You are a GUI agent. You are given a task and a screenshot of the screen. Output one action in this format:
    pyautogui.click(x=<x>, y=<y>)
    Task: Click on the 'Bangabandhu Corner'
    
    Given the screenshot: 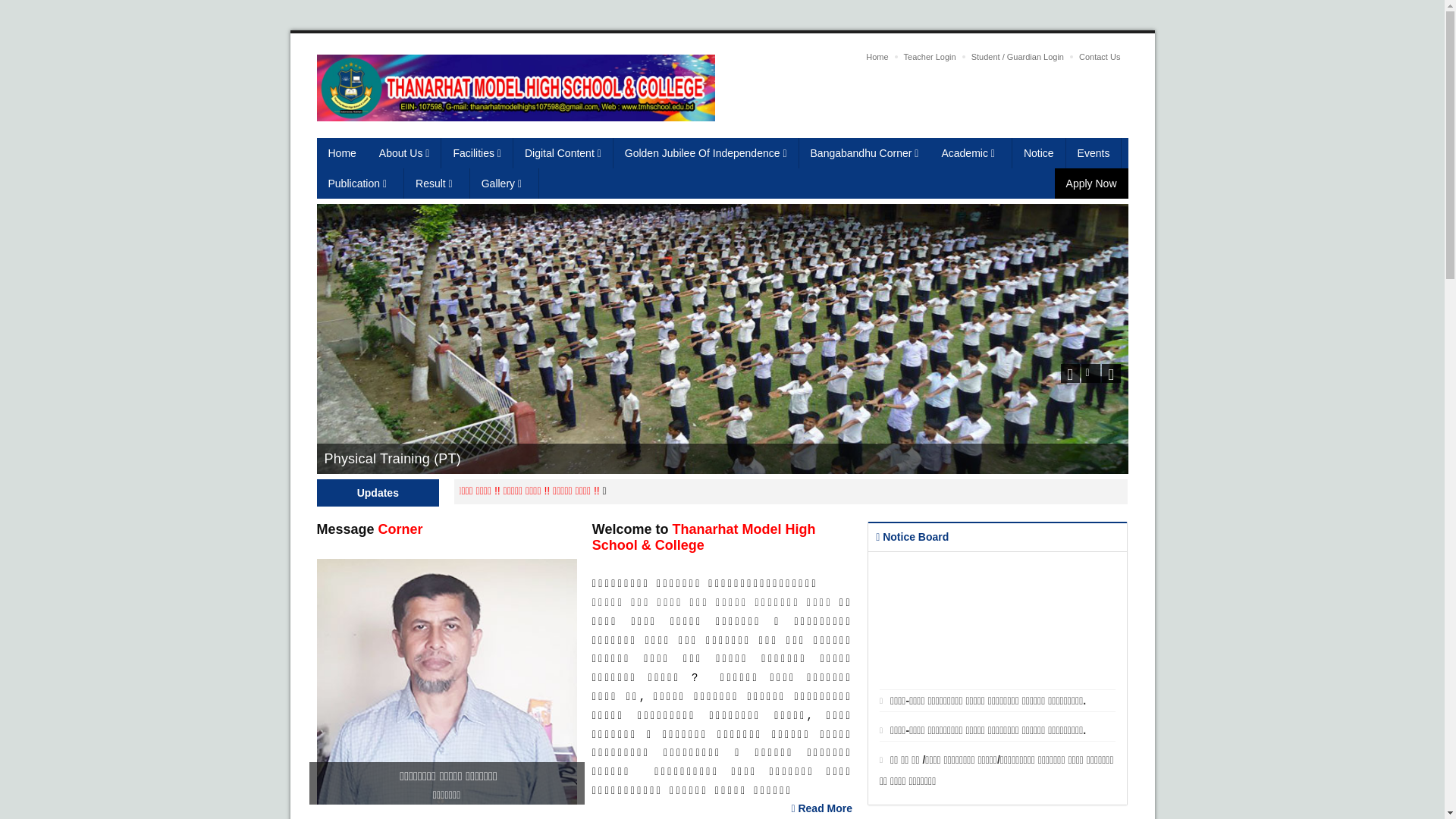 What is the action you would take?
    pyautogui.click(x=864, y=152)
    